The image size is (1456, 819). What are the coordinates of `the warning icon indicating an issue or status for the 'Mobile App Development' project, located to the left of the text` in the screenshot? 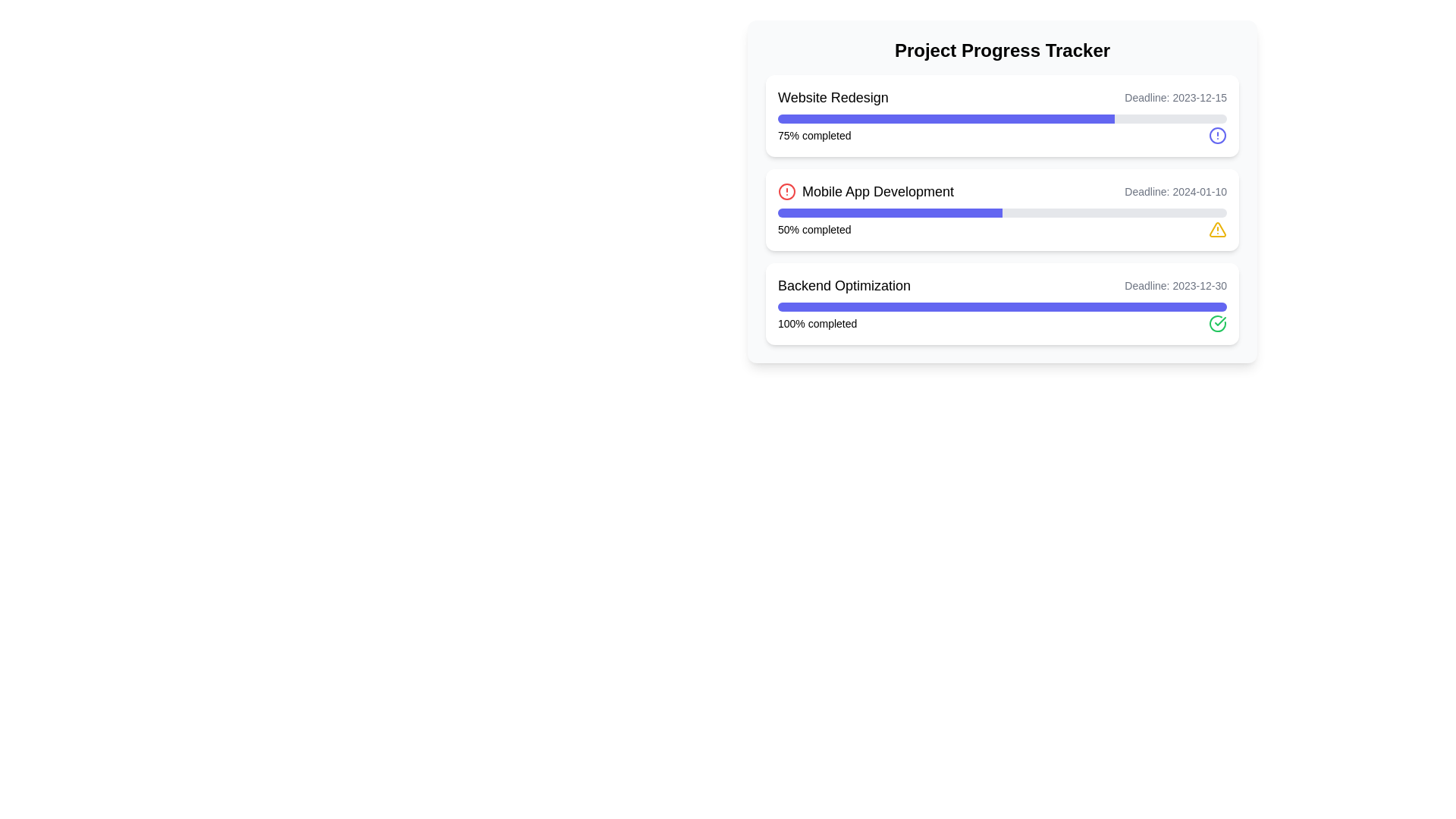 It's located at (786, 191).